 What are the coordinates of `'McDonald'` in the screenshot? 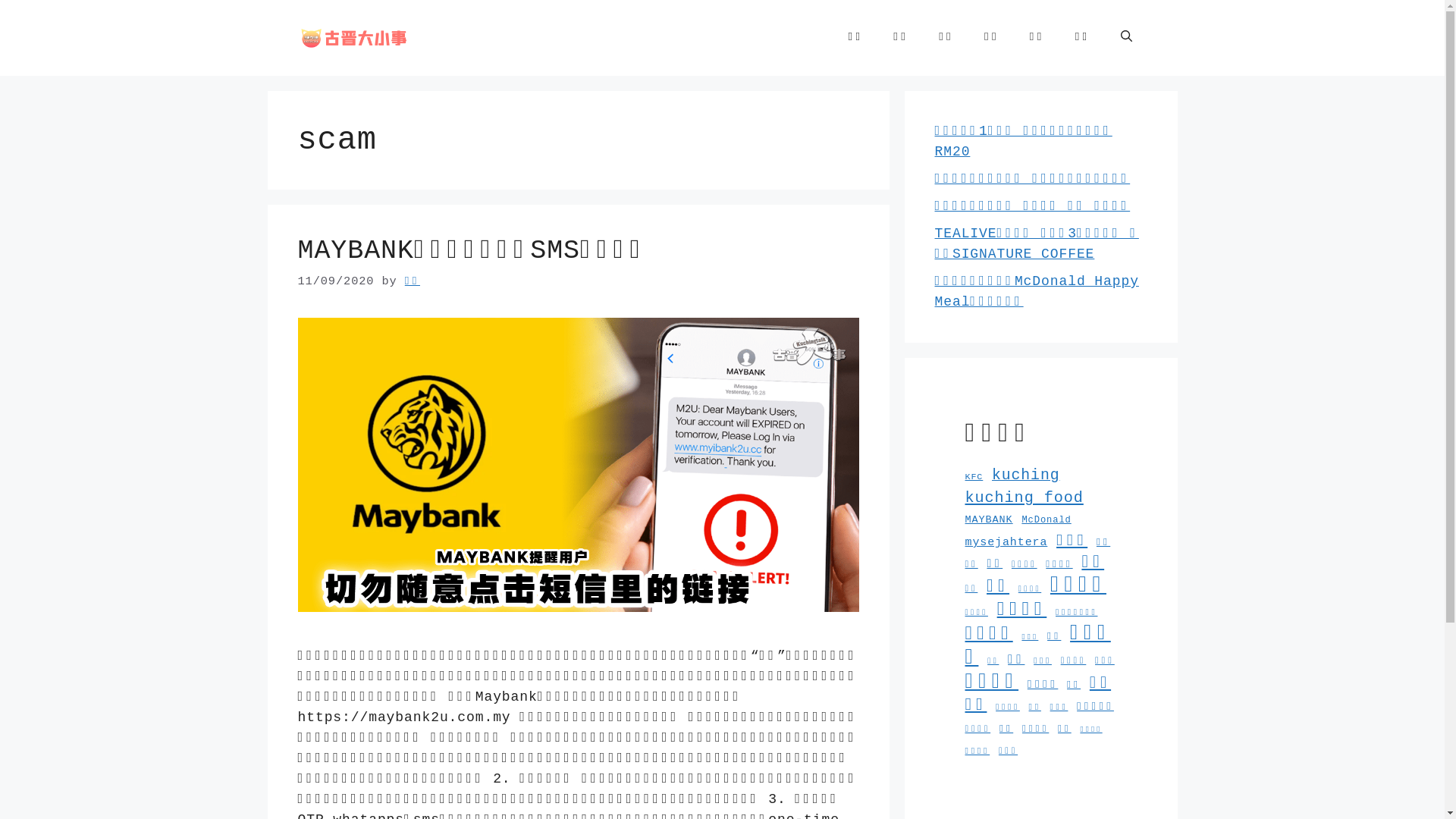 It's located at (1045, 519).